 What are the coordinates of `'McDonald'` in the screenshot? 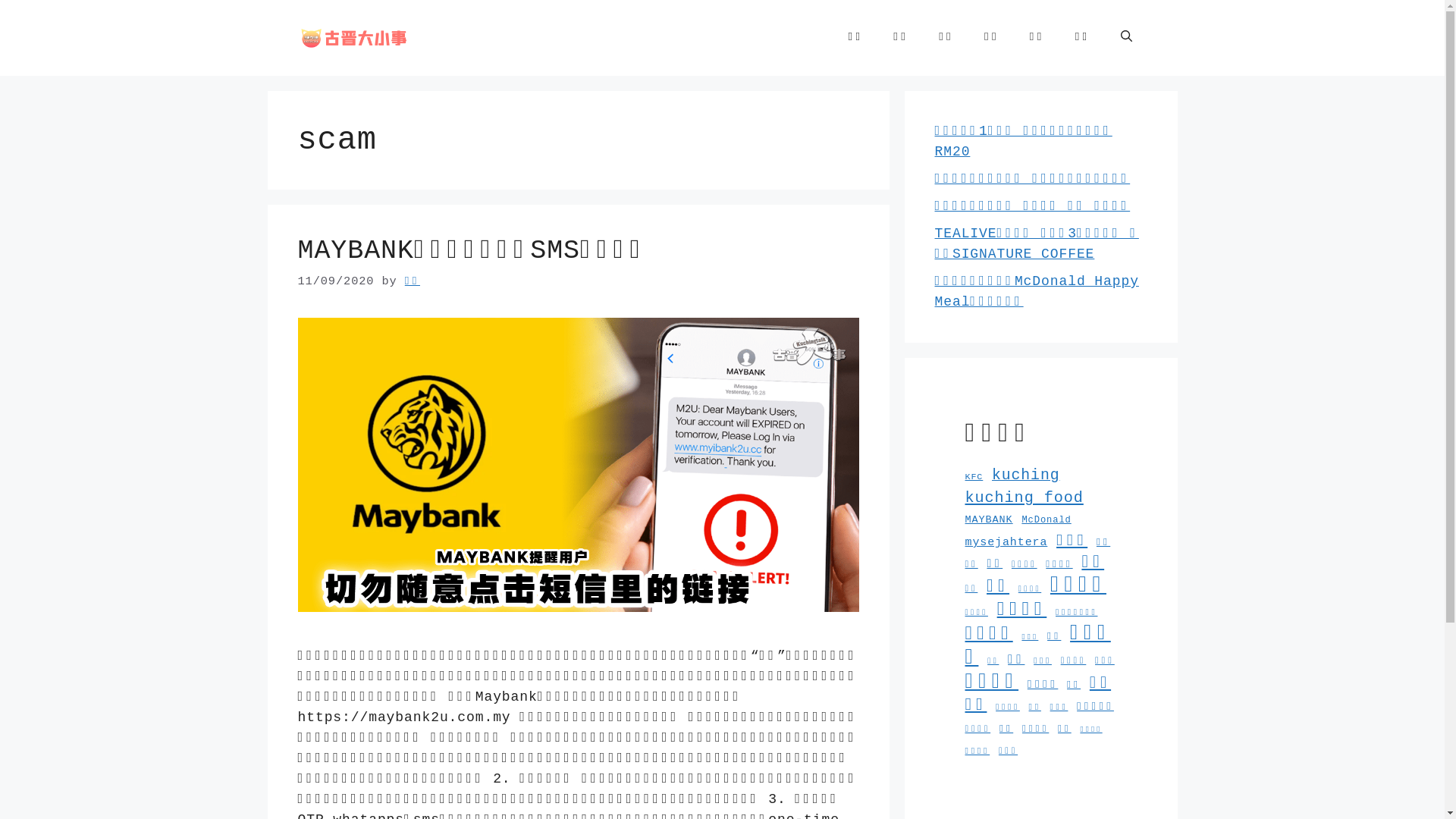 It's located at (1045, 519).